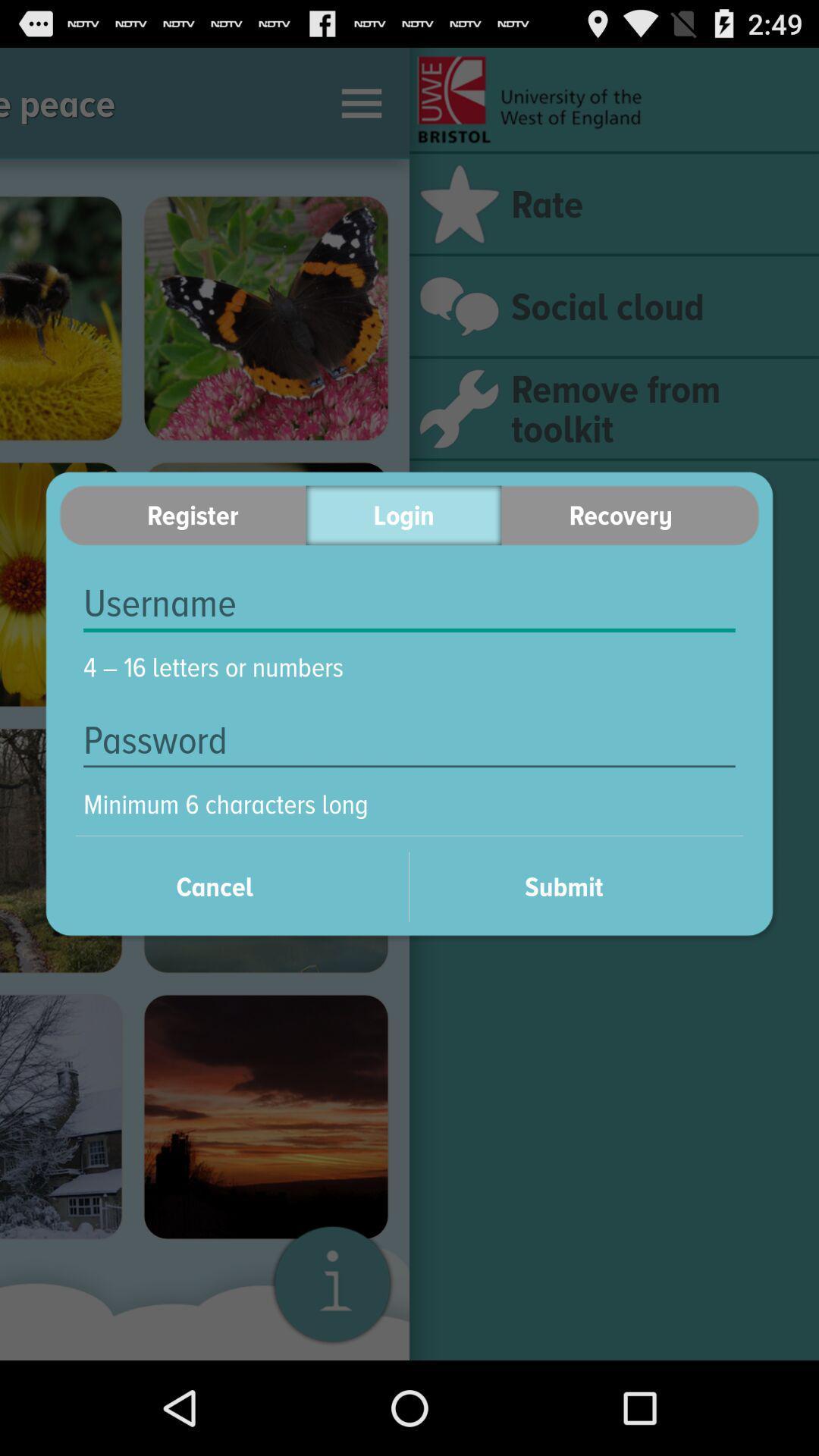  What do you see at coordinates (182, 515) in the screenshot?
I see `register icon` at bounding box center [182, 515].